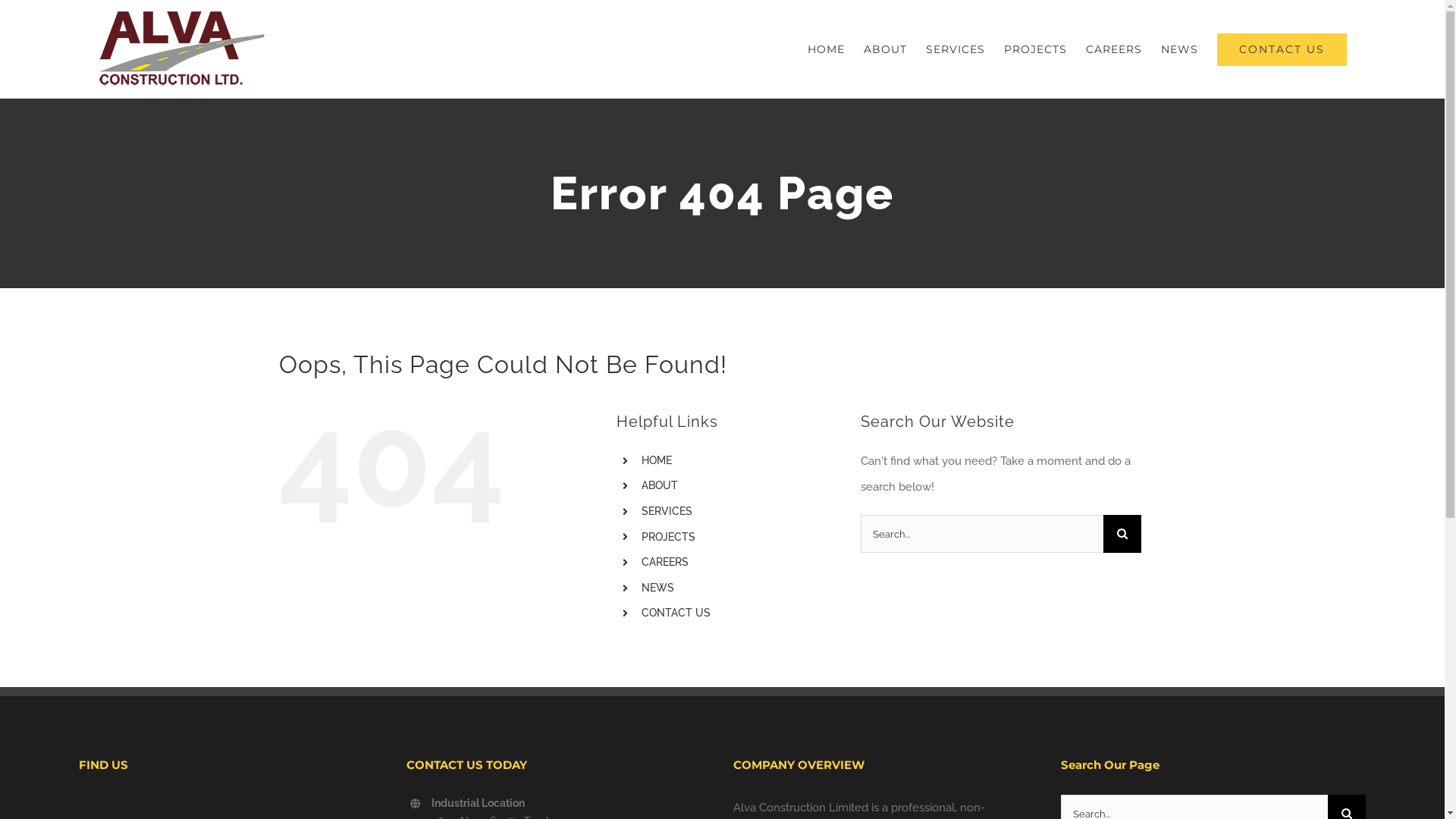 The width and height of the screenshot is (1456, 819). What do you see at coordinates (641, 485) in the screenshot?
I see `'ABOUT'` at bounding box center [641, 485].